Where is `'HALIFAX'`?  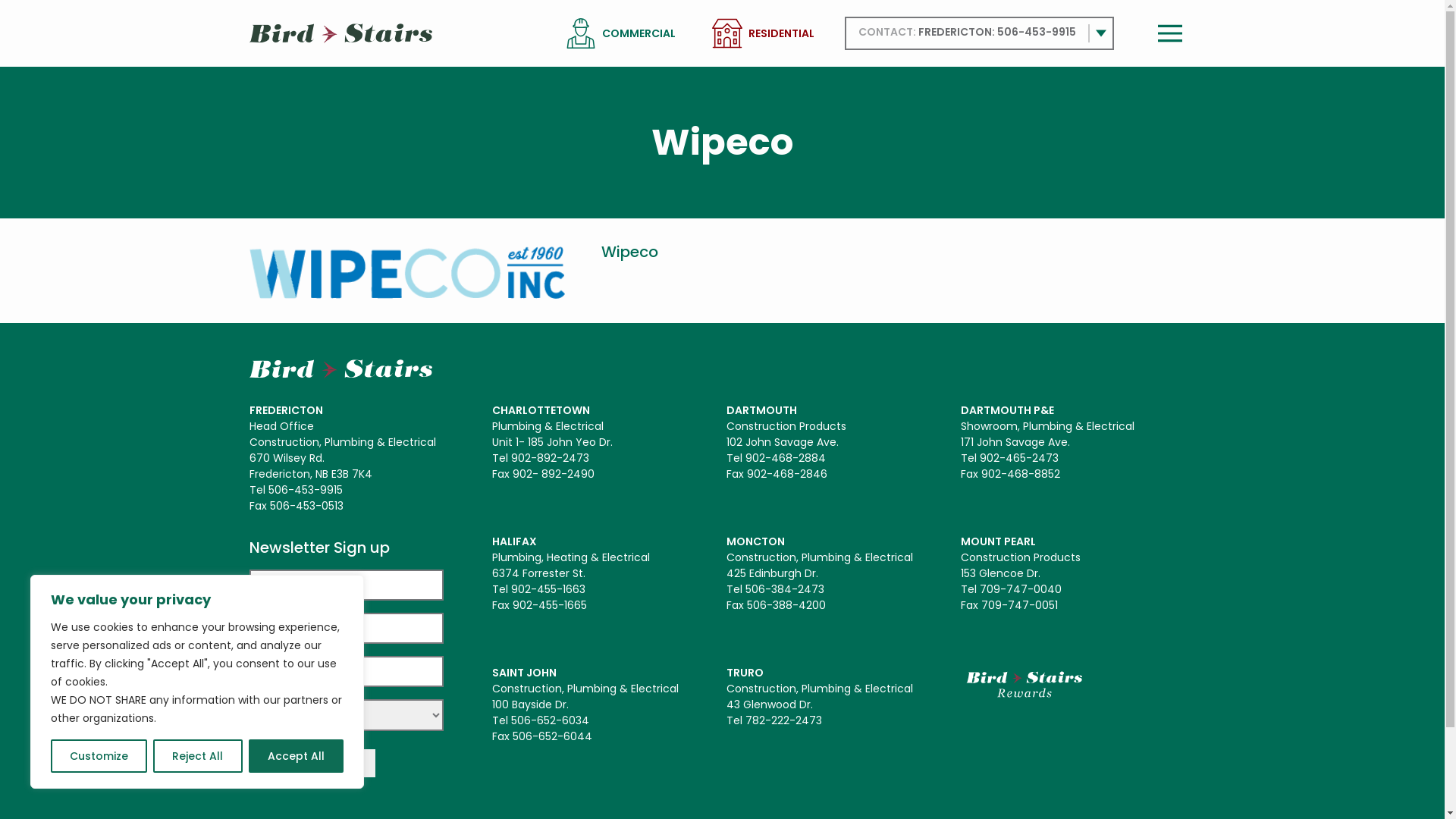 'HALIFAX' is located at coordinates (491, 540).